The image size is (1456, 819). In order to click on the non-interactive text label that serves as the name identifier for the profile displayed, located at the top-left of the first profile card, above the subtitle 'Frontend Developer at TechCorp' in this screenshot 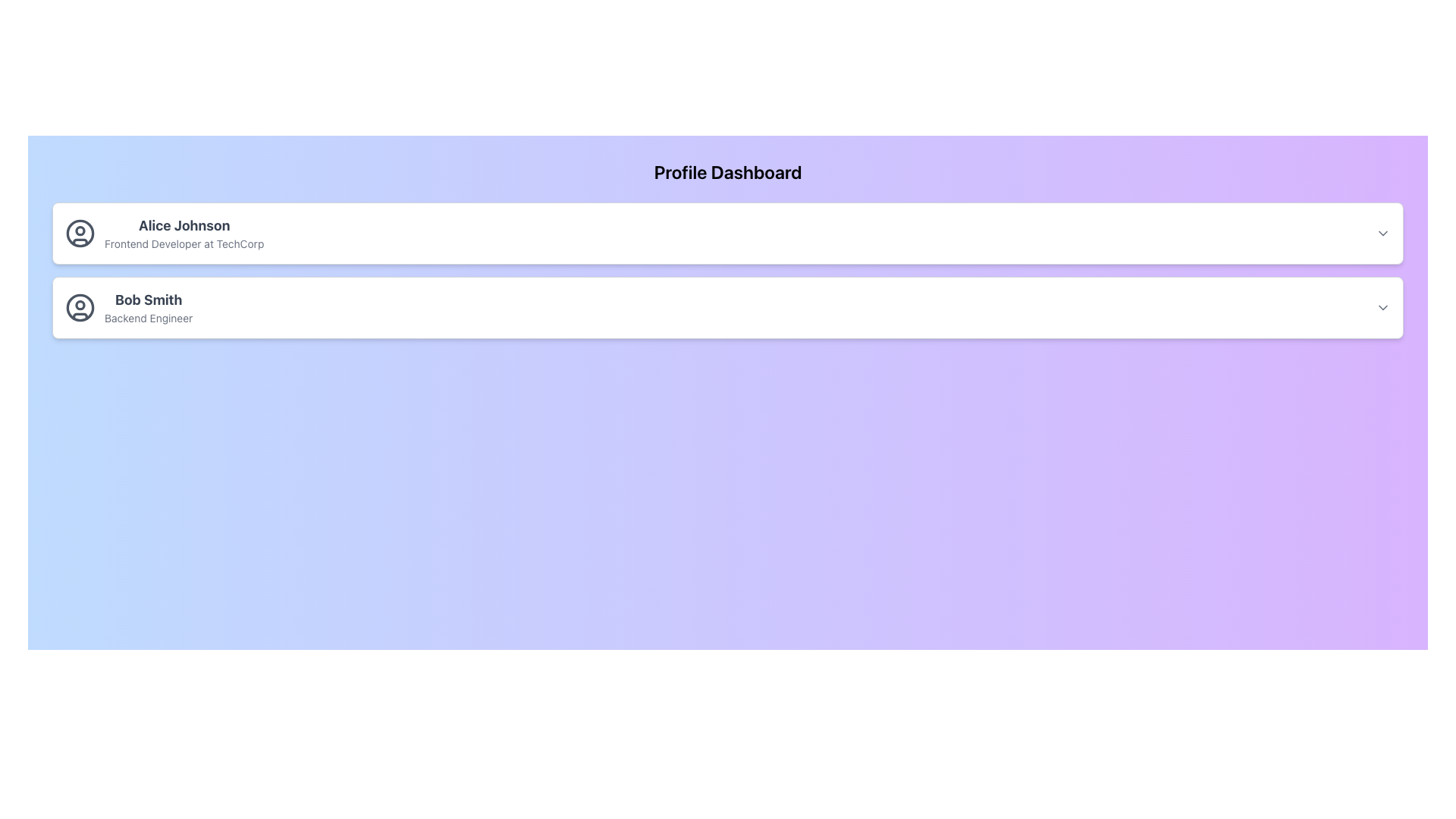, I will do `click(184, 225)`.